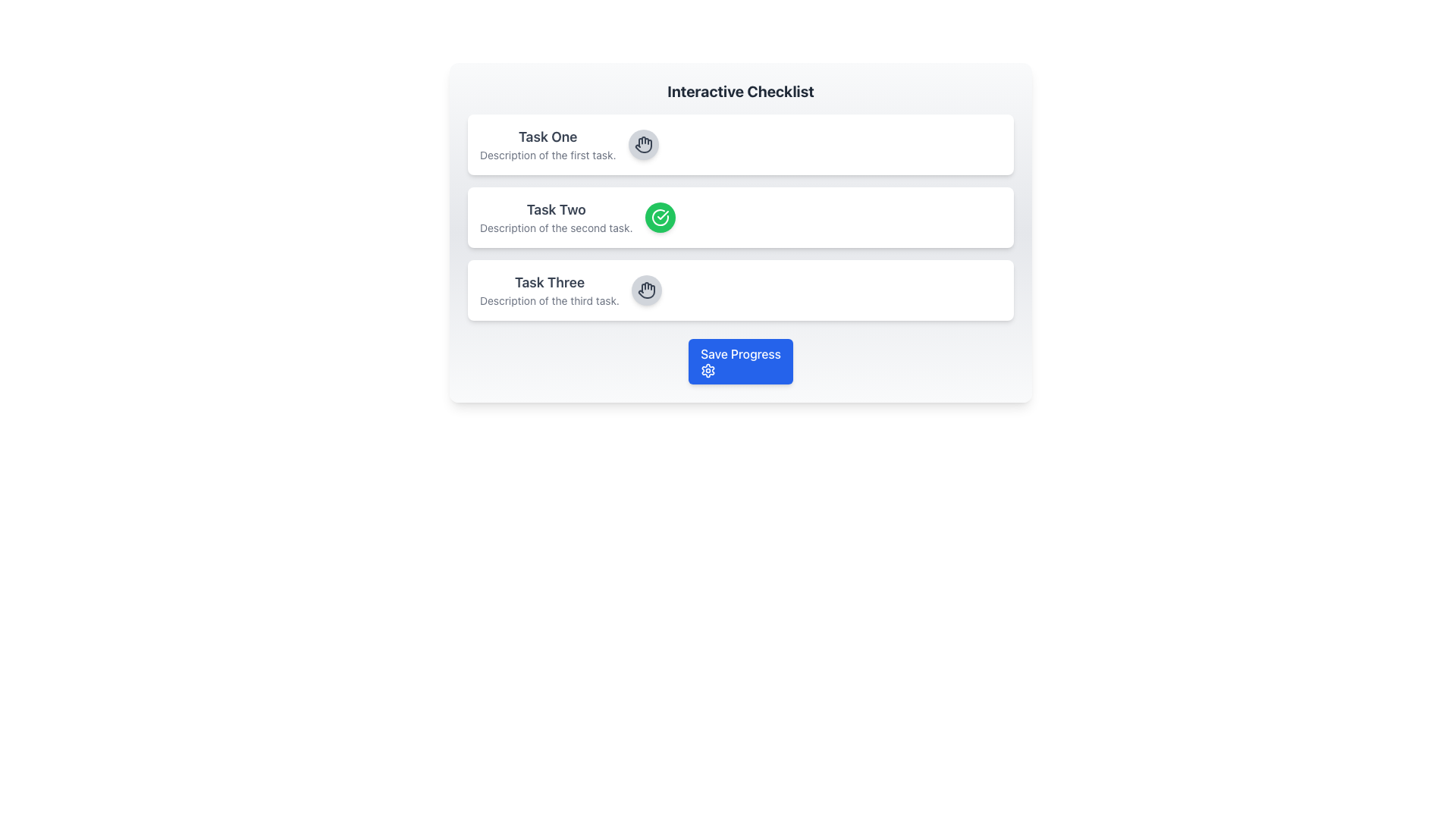  Describe the element at coordinates (647, 290) in the screenshot. I see `the circular button with a hand icon located at the end of the list item labeled 'Task Three'` at that location.